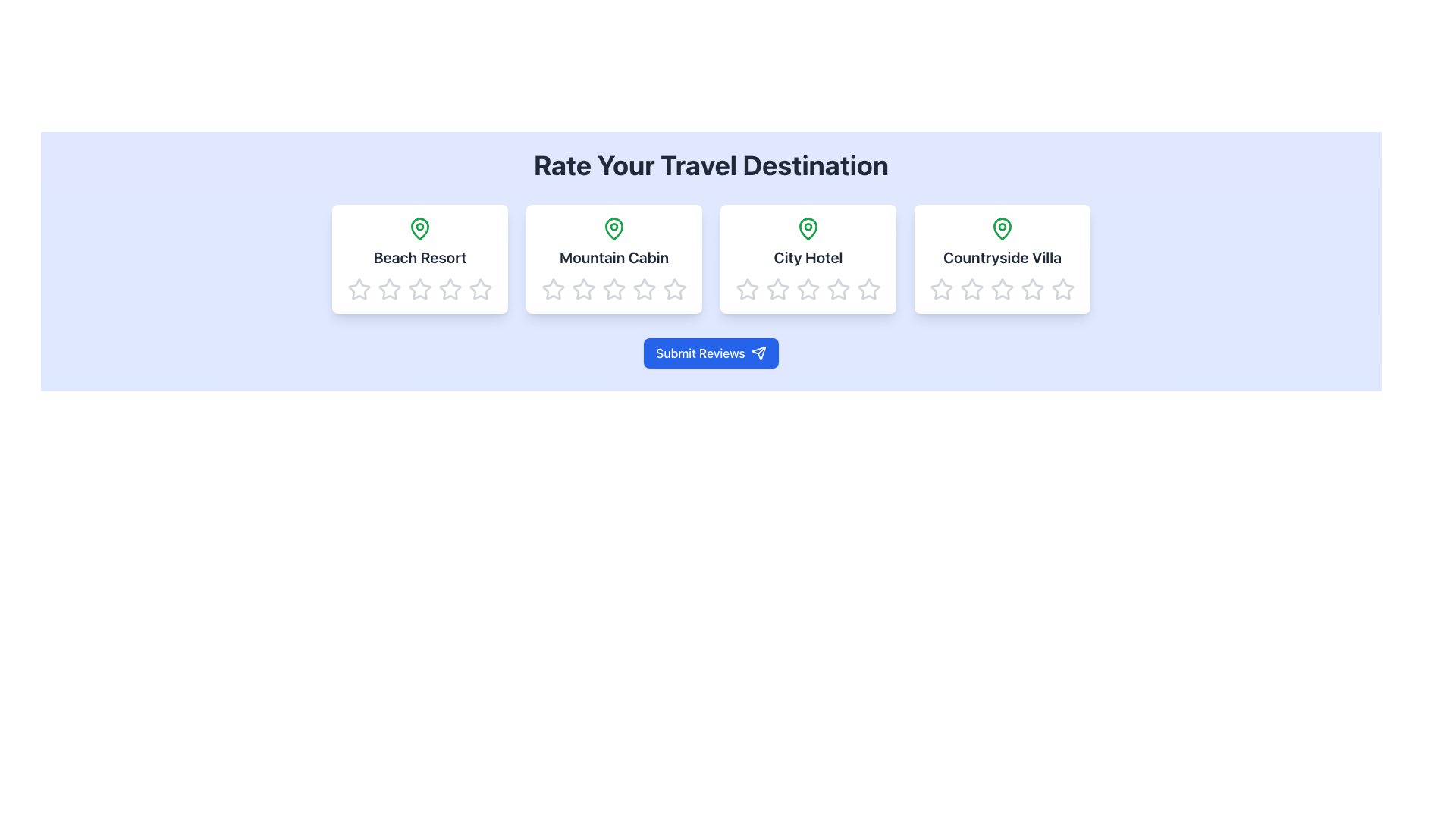 Image resolution: width=1456 pixels, height=819 pixels. Describe the element at coordinates (1002, 289) in the screenshot. I see `the third star icon from the left in the five-star rating set beneath the card titled 'Countryside Villa'` at that location.